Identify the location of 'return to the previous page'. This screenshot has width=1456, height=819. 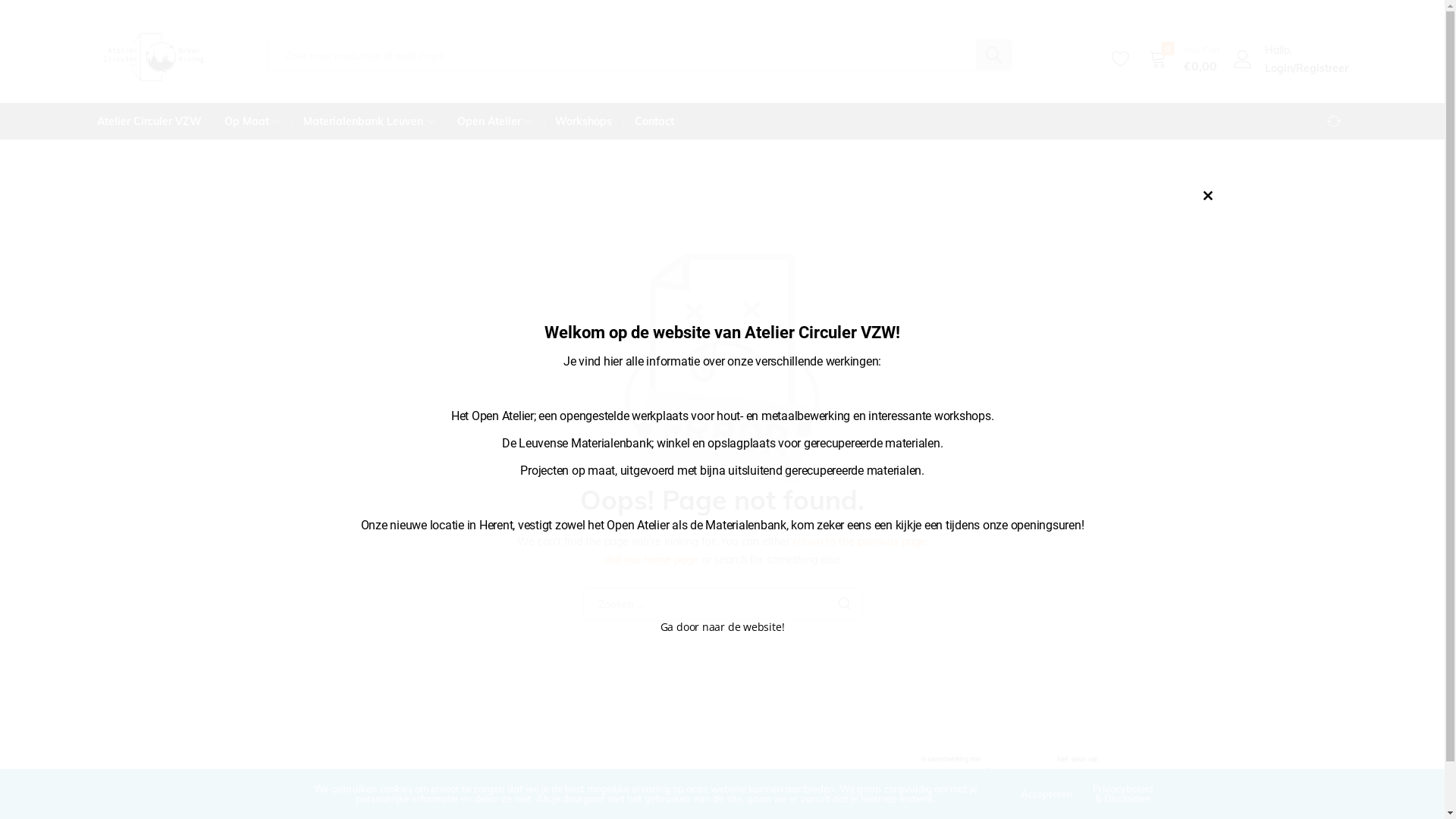
(859, 540).